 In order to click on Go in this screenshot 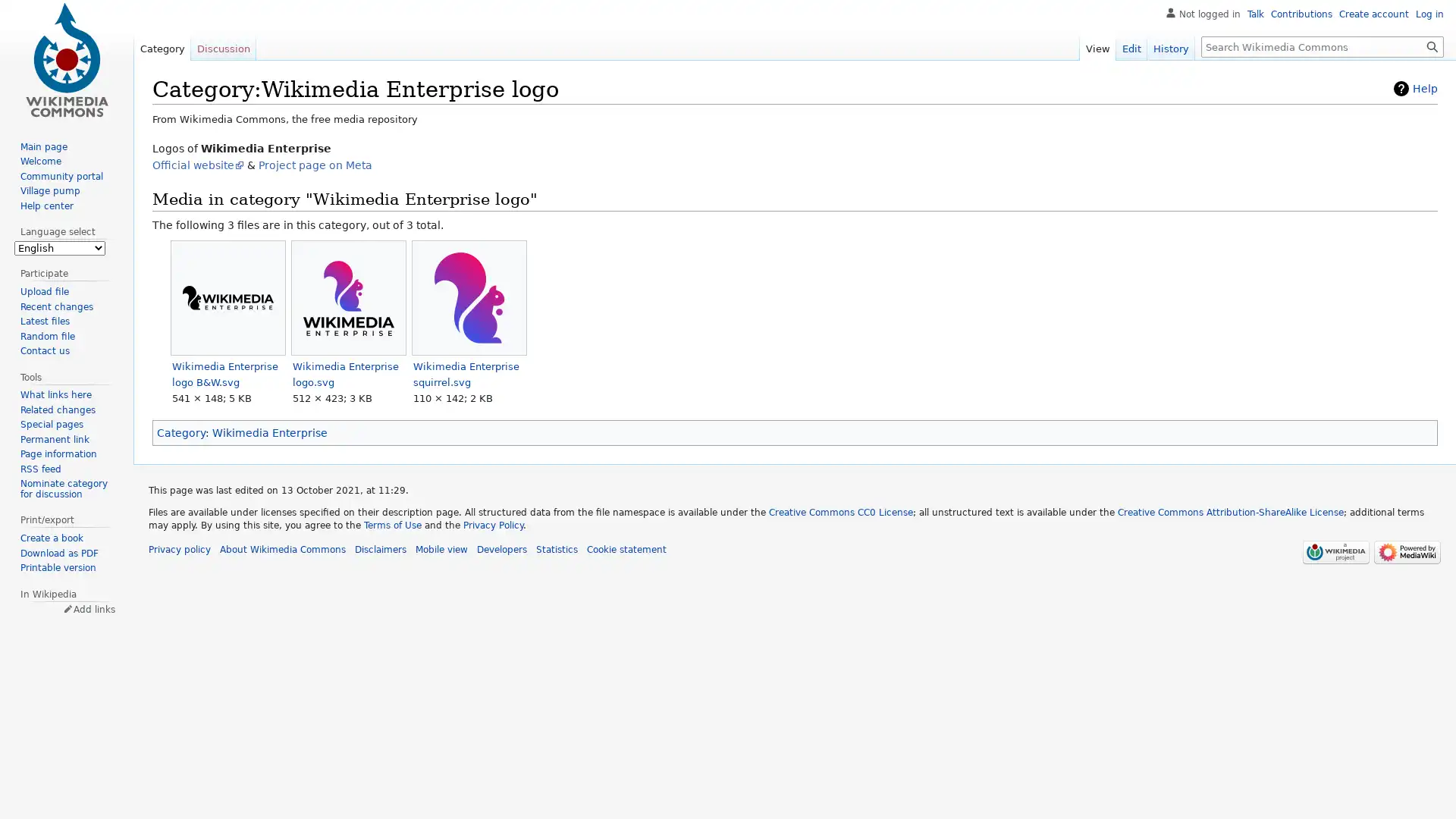, I will do `click(1432, 45)`.